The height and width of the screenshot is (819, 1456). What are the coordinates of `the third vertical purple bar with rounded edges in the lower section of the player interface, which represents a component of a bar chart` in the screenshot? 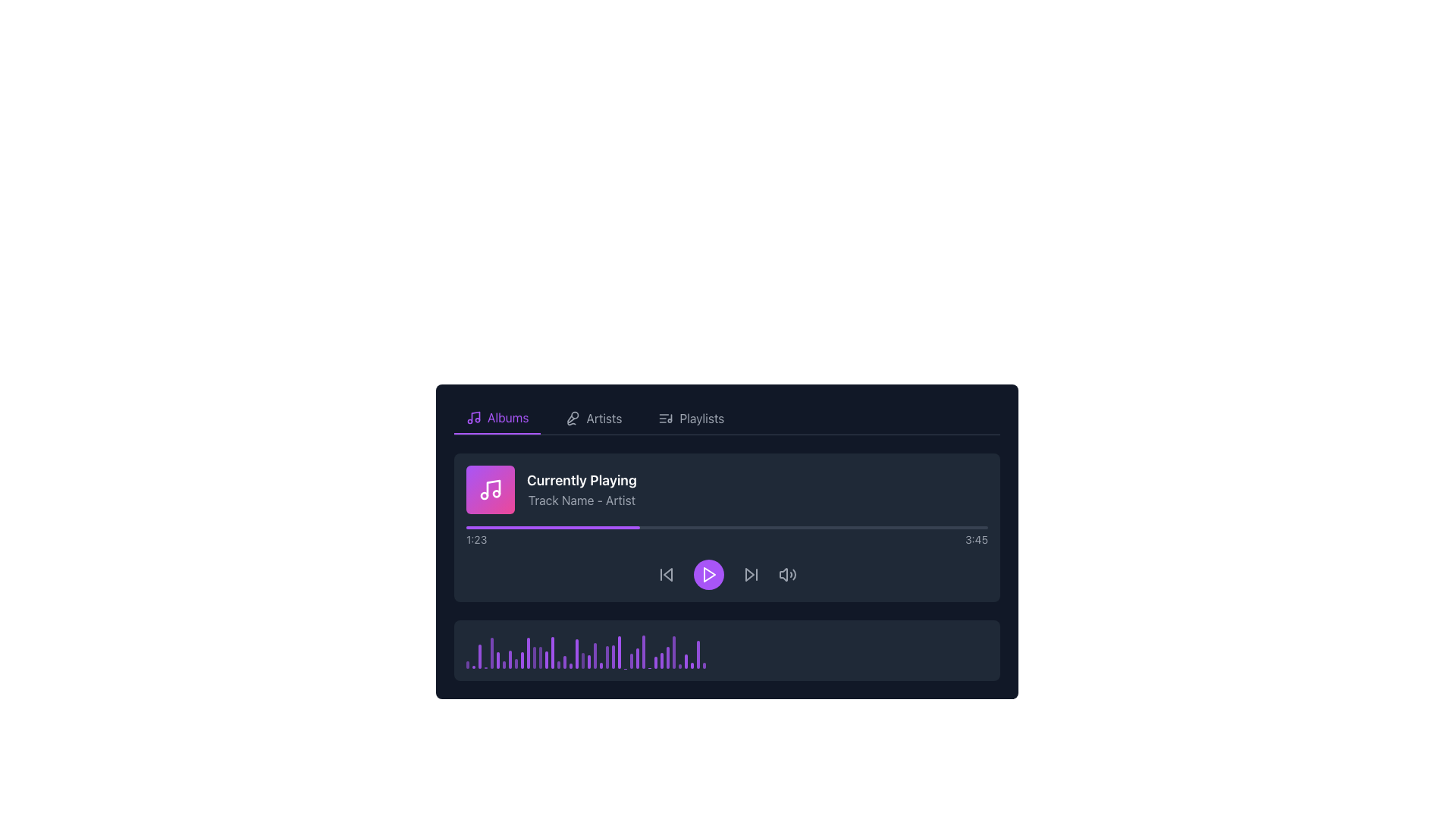 It's located at (479, 656).